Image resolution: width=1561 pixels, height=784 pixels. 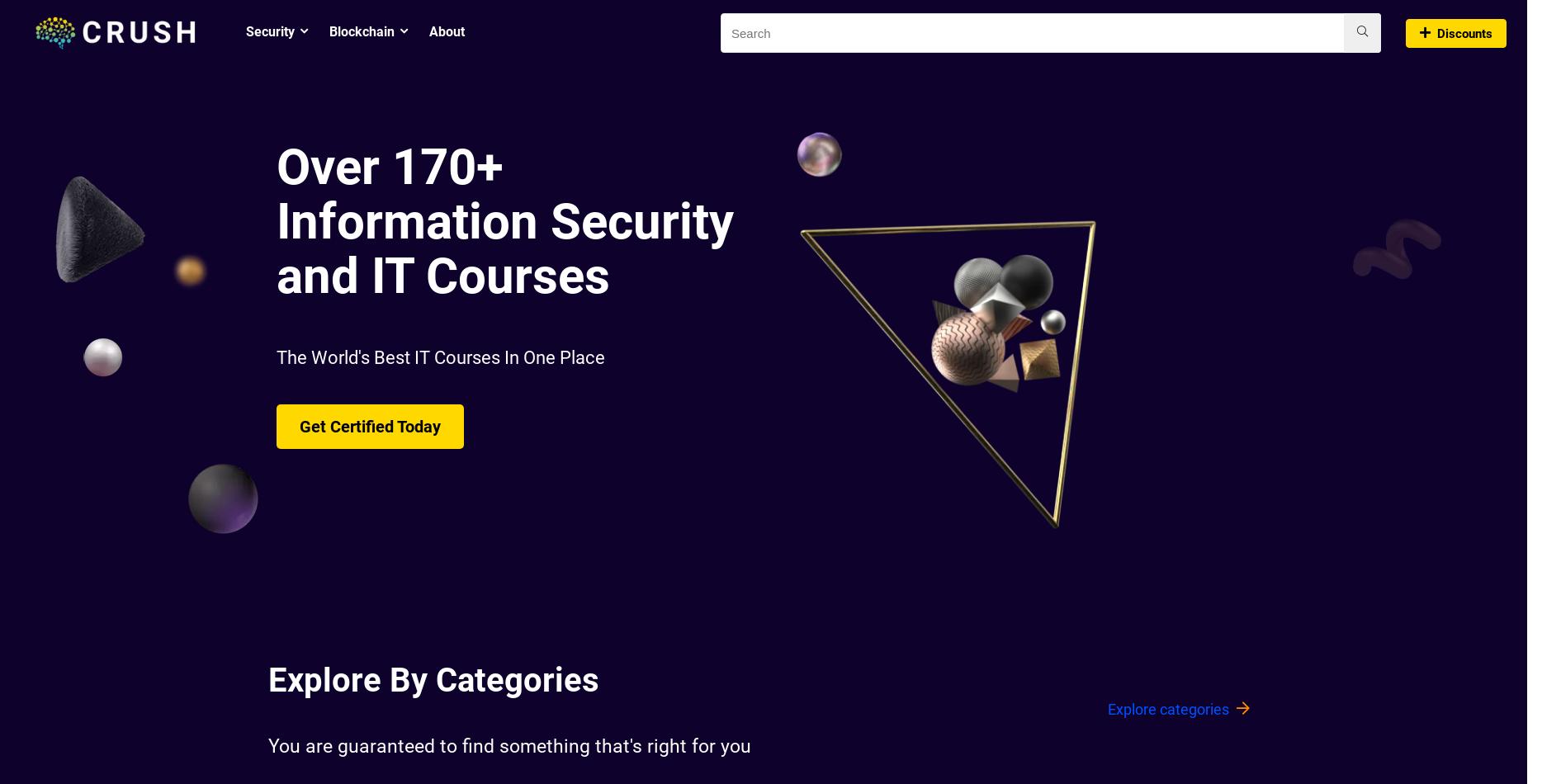 What do you see at coordinates (433, 679) in the screenshot?
I see `'Explore By Categories'` at bounding box center [433, 679].